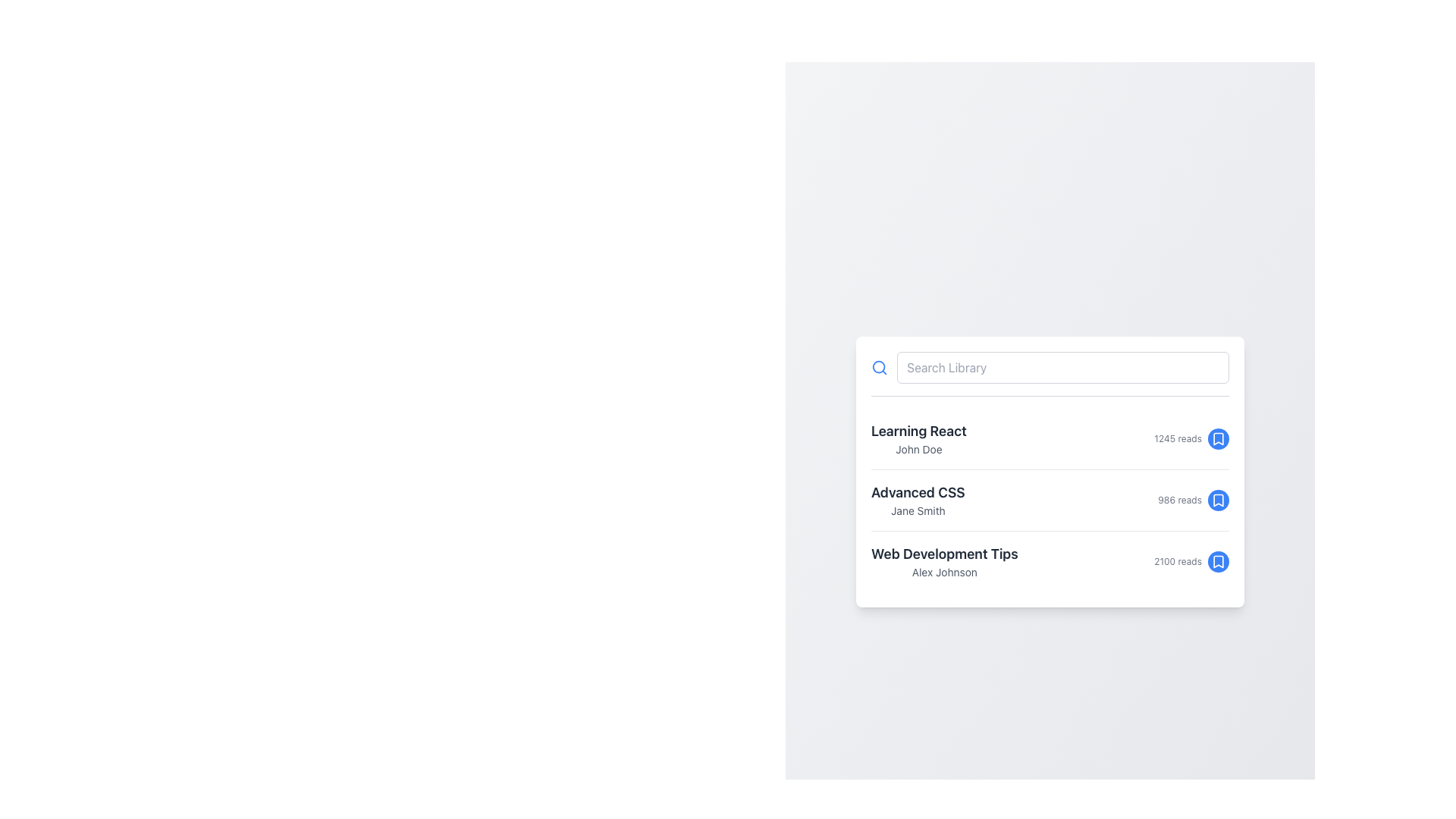 The height and width of the screenshot is (819, 1456). Describe the element at coordinates (1179, 500) in the screenshot. I see `the static text label that displays the number of reads or views for the 'Advanced CSS' item, located between the main text description and a rounded blue button with a bookmark icon` at that location.